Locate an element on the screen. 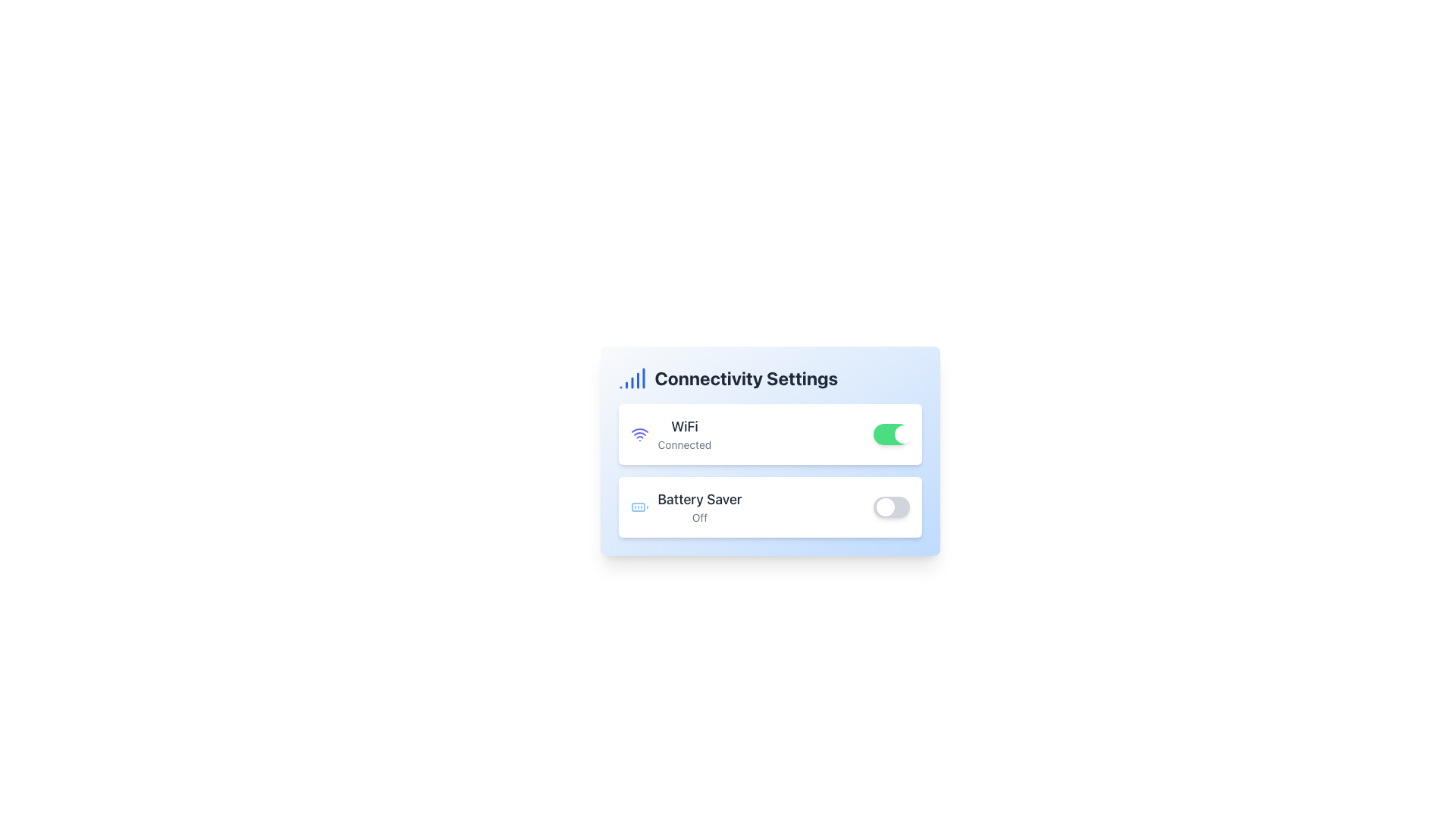 The image size is (1456, 819). the connectivity settings icon, which serves as a visual indicator for network settings and is positioned to the left of the 'Connectivity Settings' text is located at coordinates (632, 377).